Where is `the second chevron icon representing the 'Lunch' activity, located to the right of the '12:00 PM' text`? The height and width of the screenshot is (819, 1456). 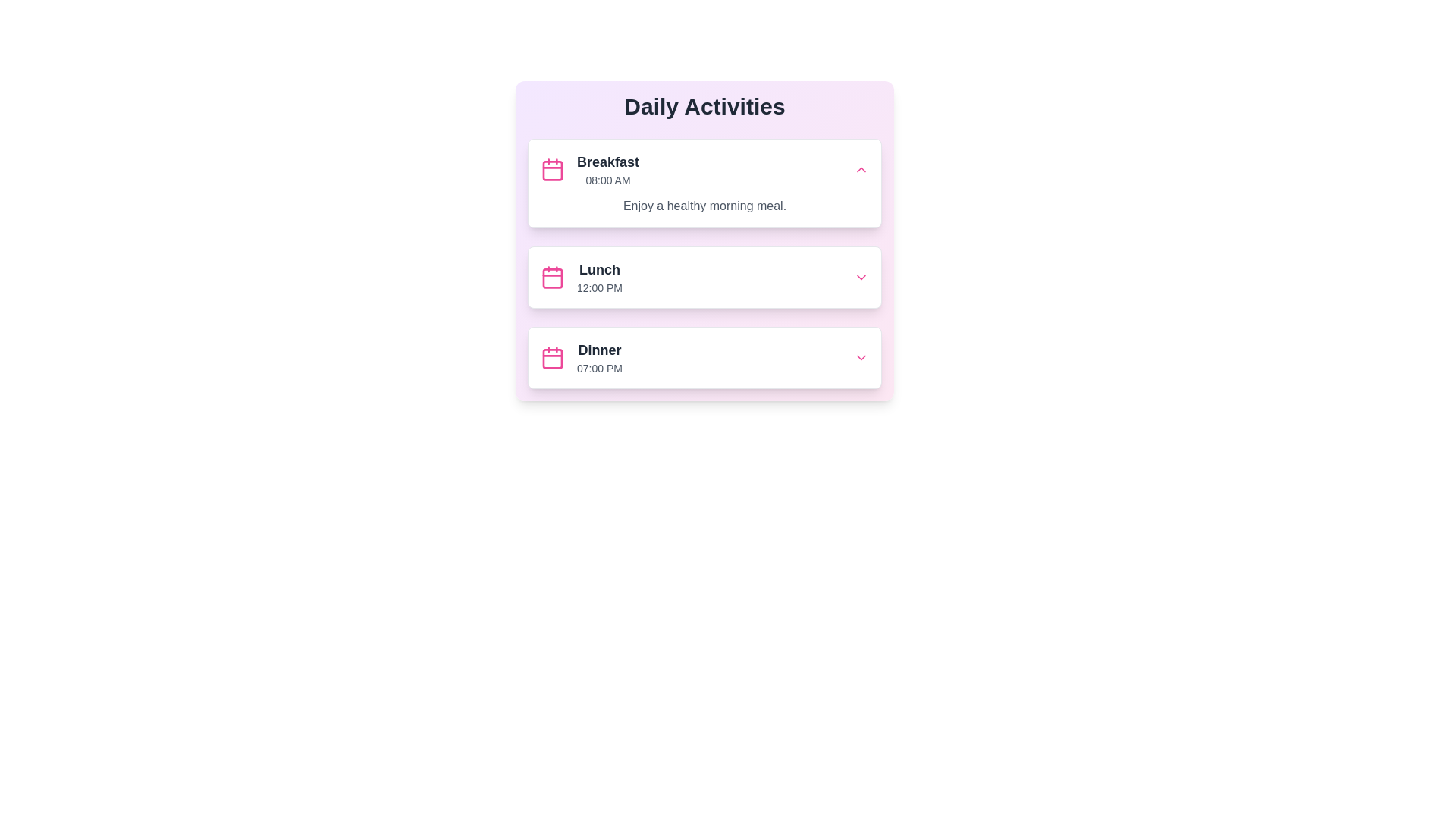
the second chevron icon representing the 'Lunch' activity, located to the right of the '12:00 PM' text is located at coordinates (861, 278).